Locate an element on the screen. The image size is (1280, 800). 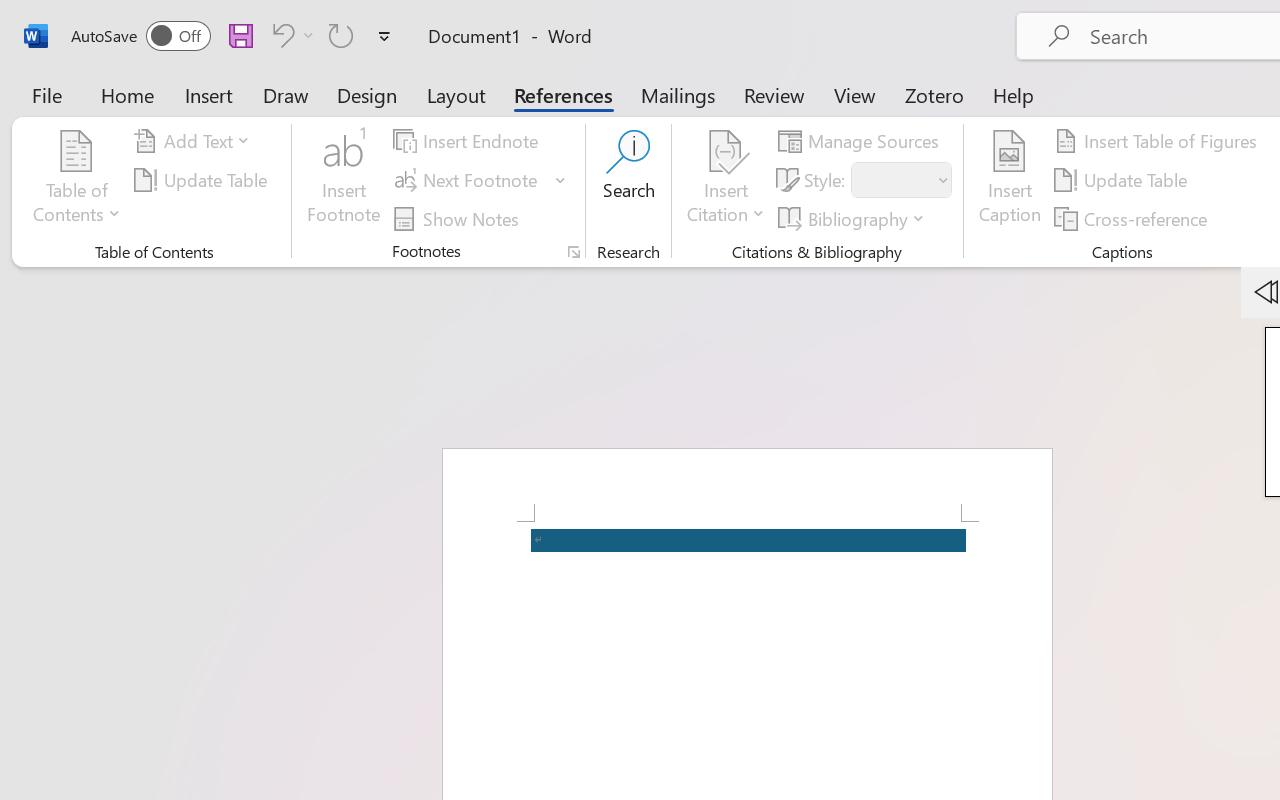
'Add Text' is located at coordinates (195, 141).